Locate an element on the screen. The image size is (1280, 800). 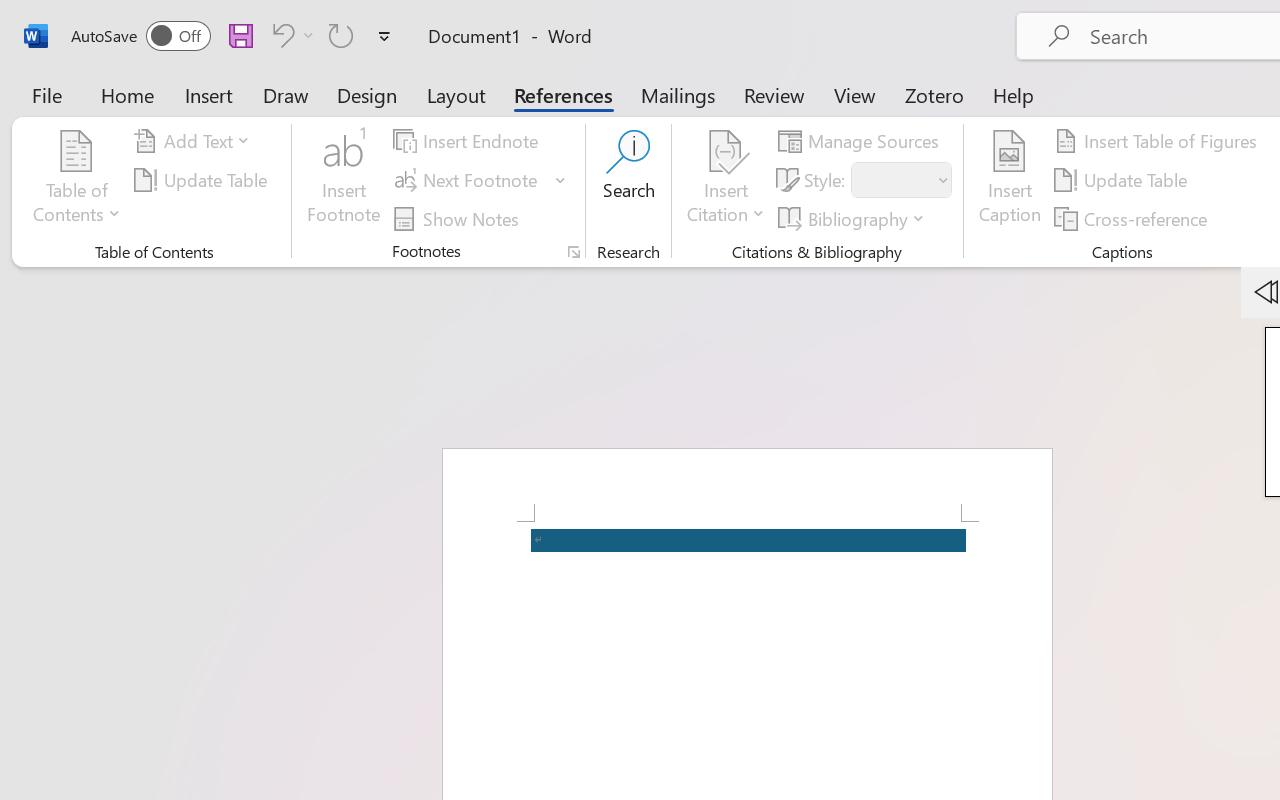
'Add Text' is located at coordinates (195, 141).